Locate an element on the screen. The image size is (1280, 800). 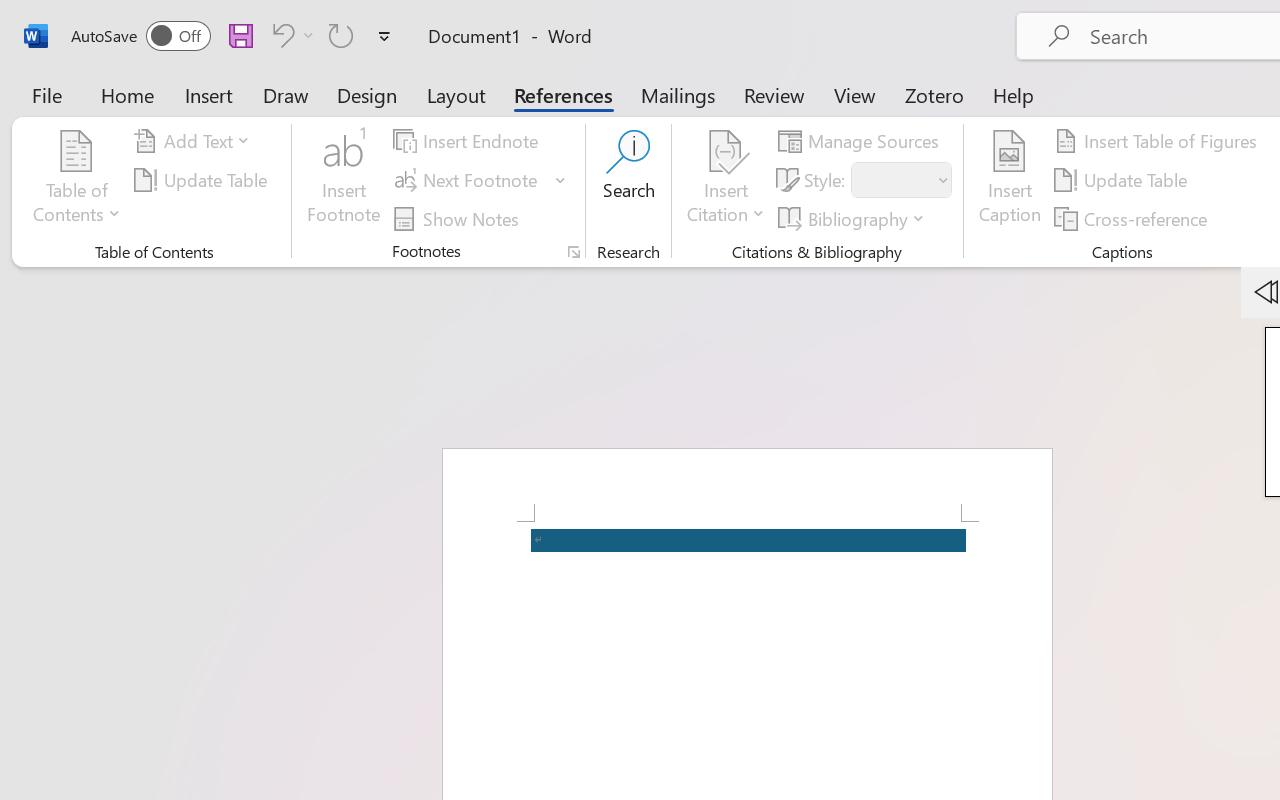
'Add Text' is located at coordinates (195, 141).